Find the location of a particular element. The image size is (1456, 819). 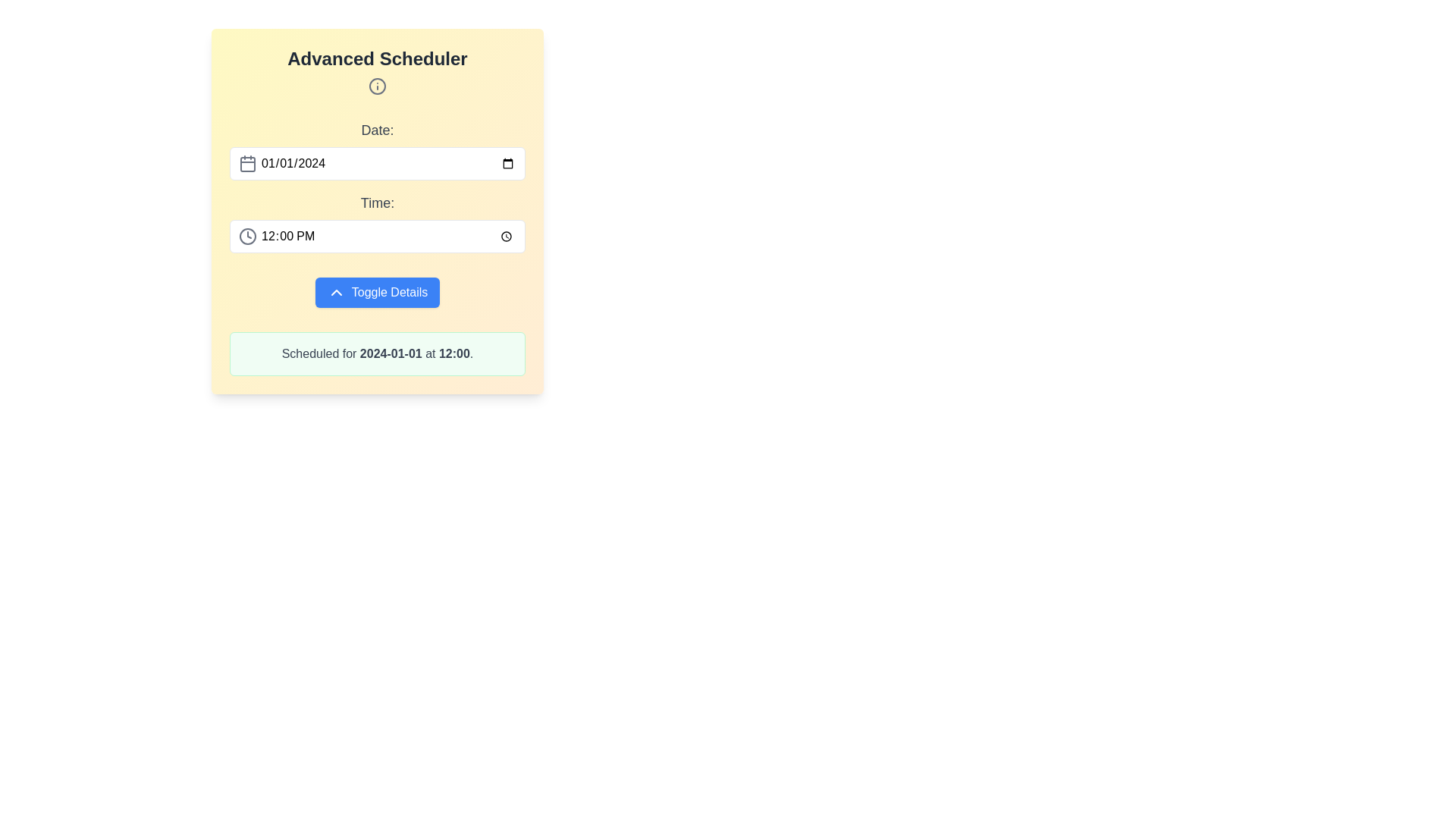

the date label displaying '2024-01-01', which is a dark gray sans-serif text located at the bottom of the card is located at coordinates (391, 353).